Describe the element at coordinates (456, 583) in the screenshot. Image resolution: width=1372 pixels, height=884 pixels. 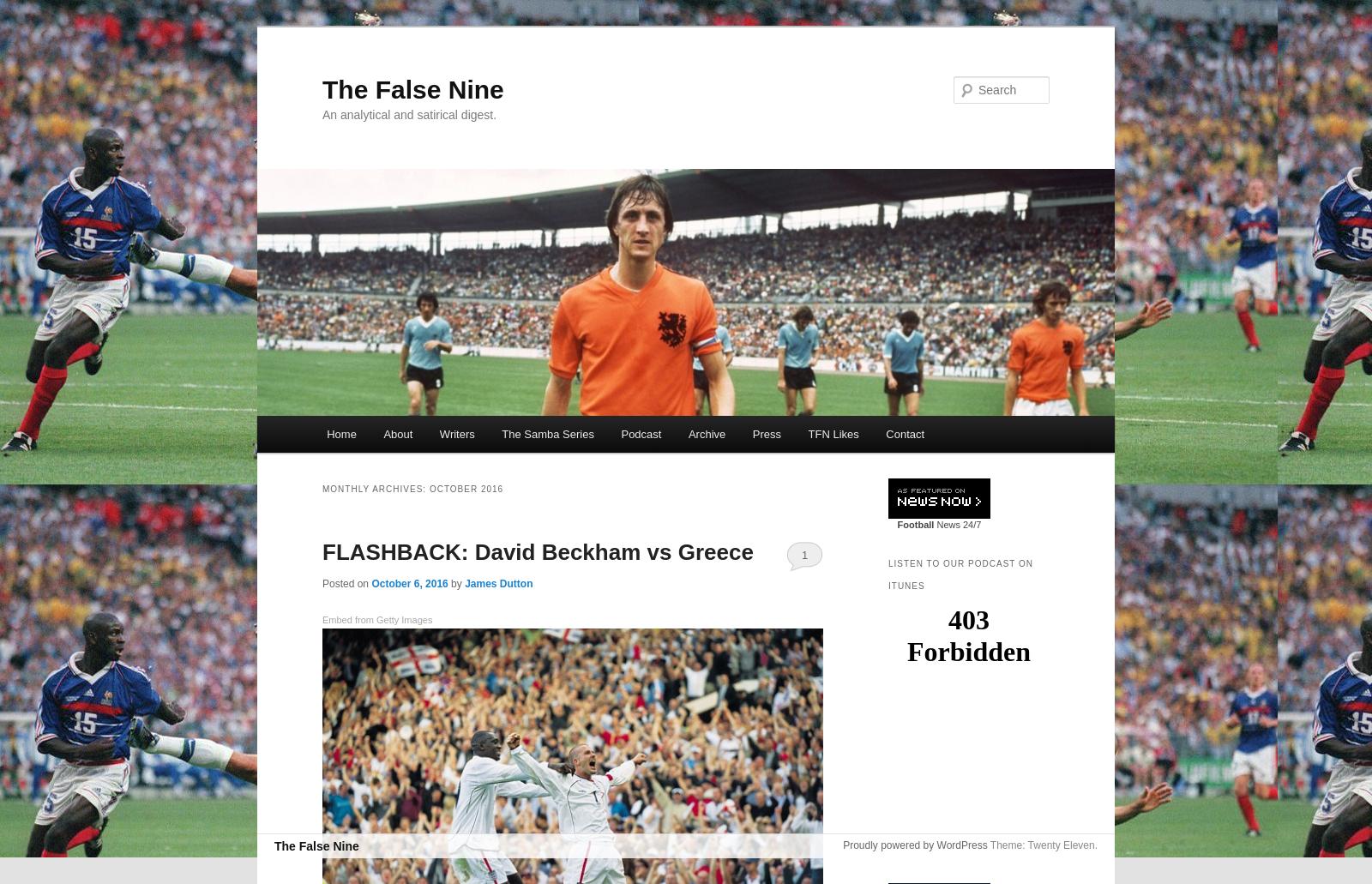
I see `'by'` at that location.